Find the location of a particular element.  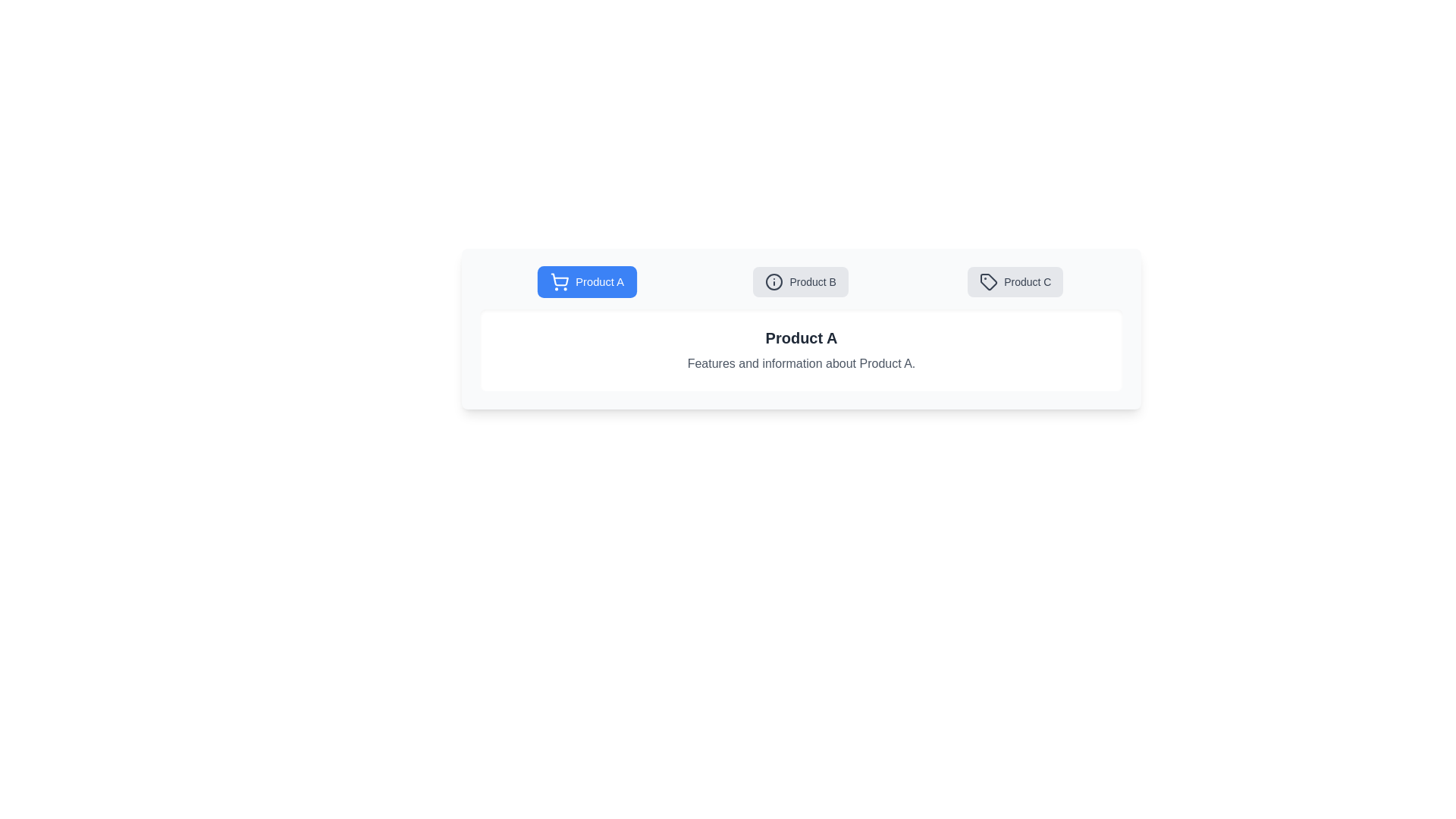

the tab corresponding to Product A to view its content is located at coordinates (585, 281).